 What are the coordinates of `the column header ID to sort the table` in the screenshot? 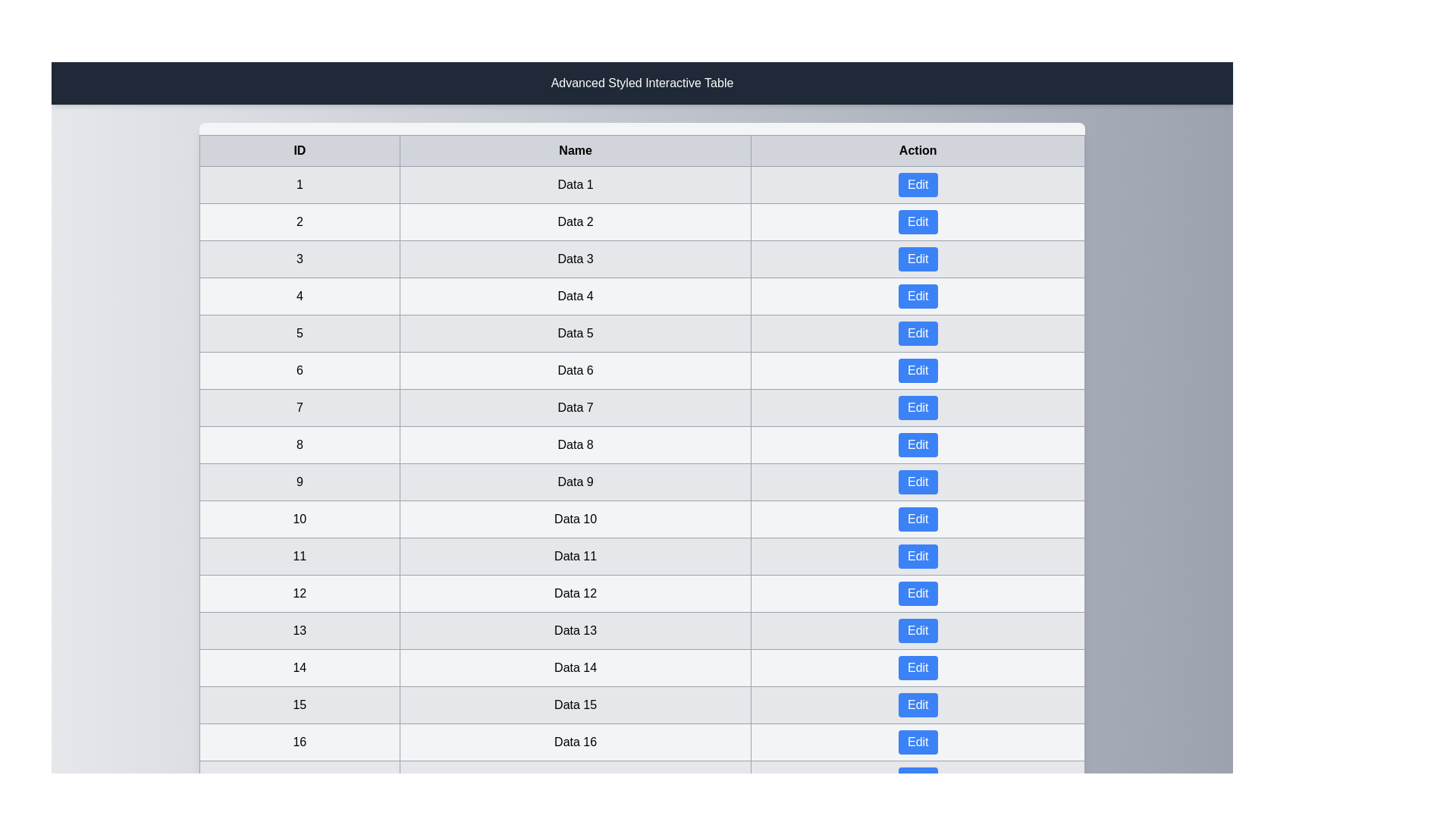 It's located at (300, 151).